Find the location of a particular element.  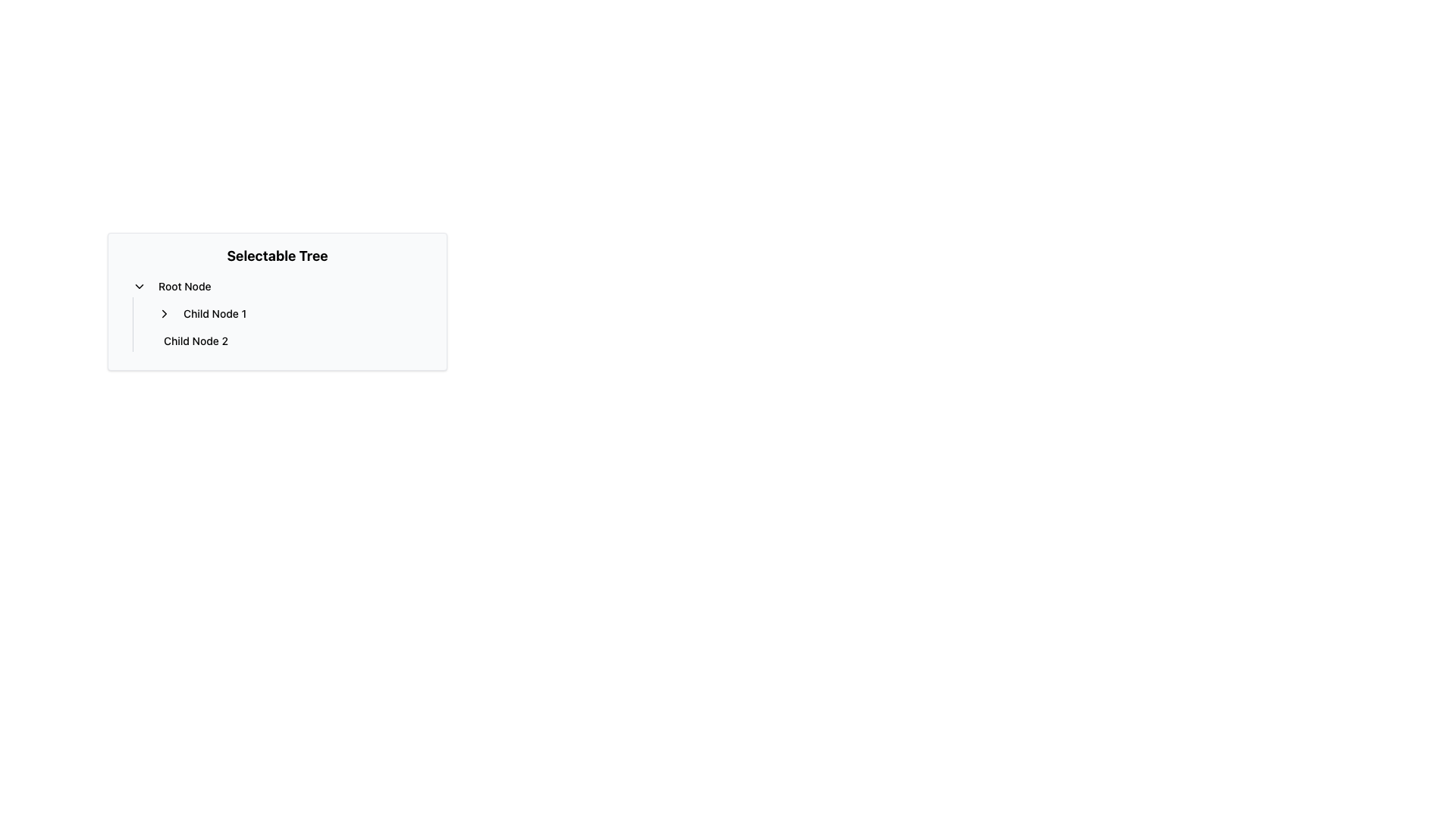

the chevron-down icon next to 'Root Node' is located at coordinates (139, 287).